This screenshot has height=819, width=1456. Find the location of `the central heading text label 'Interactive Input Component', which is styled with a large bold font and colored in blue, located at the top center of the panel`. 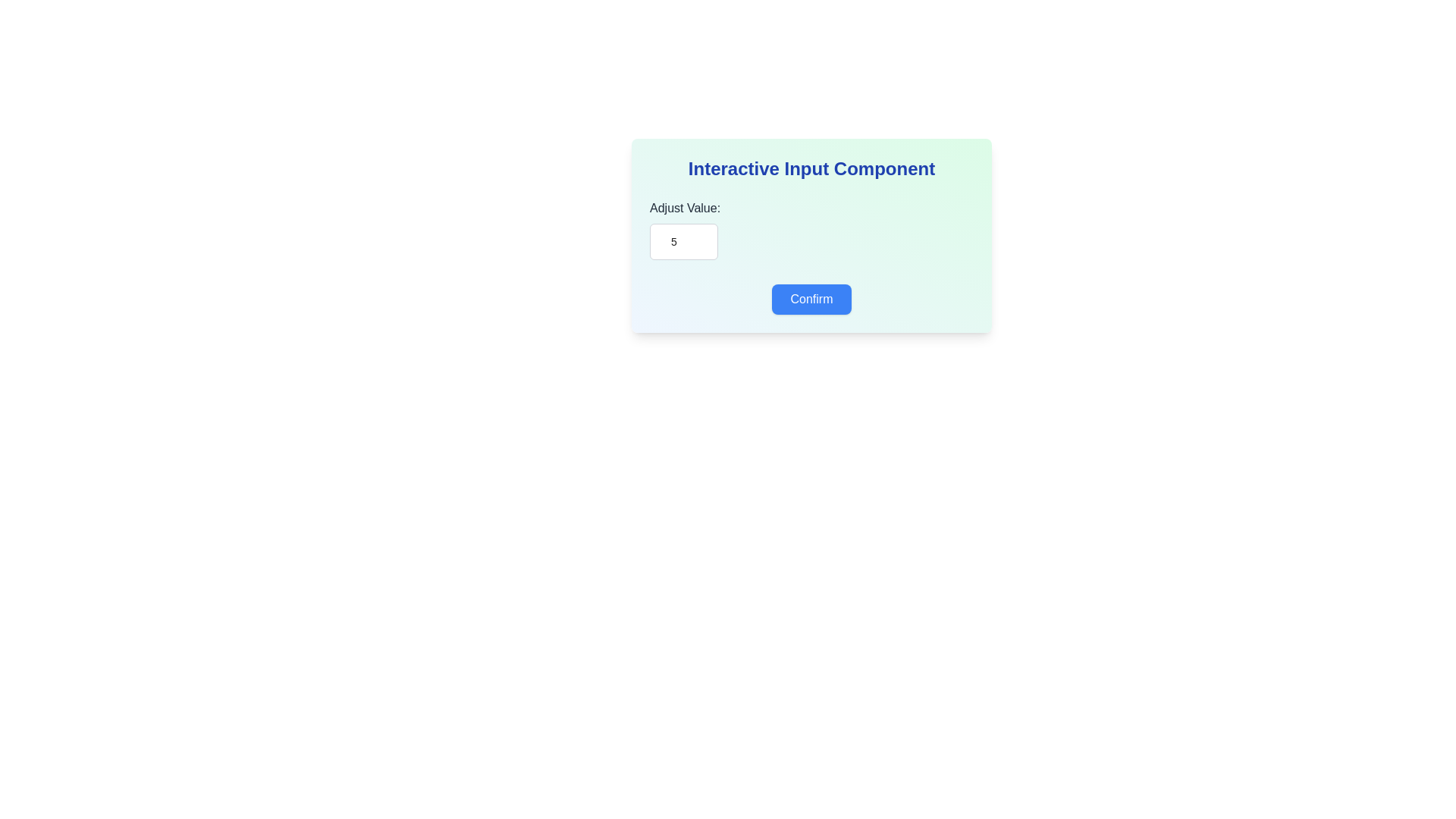

the central heading text label 'Interactive Input Component', which is styled with a large bold font and colored in blue, located at the top center of the panel is located at coordinates (811, 169).